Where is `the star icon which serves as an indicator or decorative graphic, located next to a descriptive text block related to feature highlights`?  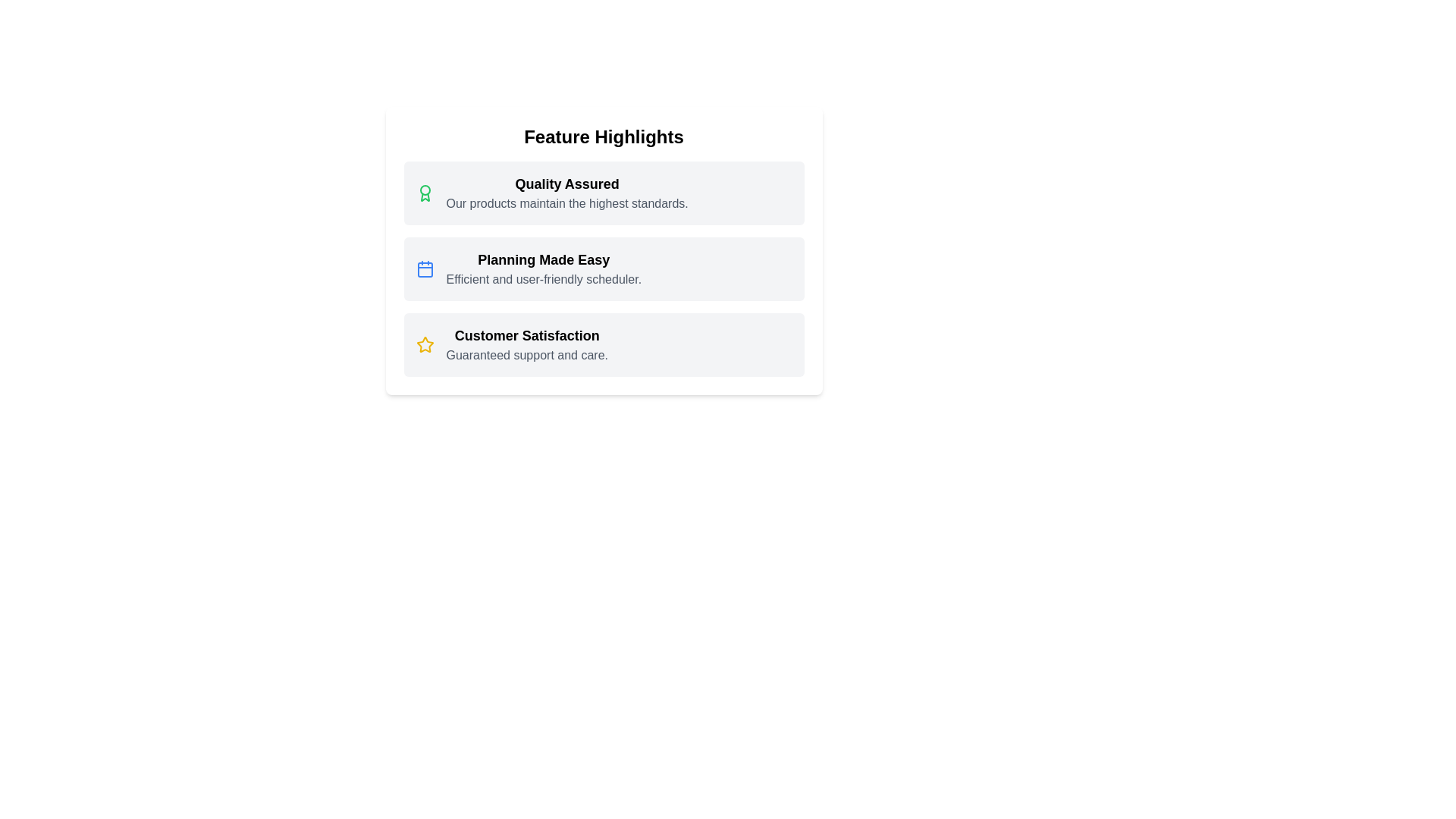
the star icon which serves as an indicator or decorative graphic, located next to a descriptive text block related to feature highlights is located at coordinates (425, 344).